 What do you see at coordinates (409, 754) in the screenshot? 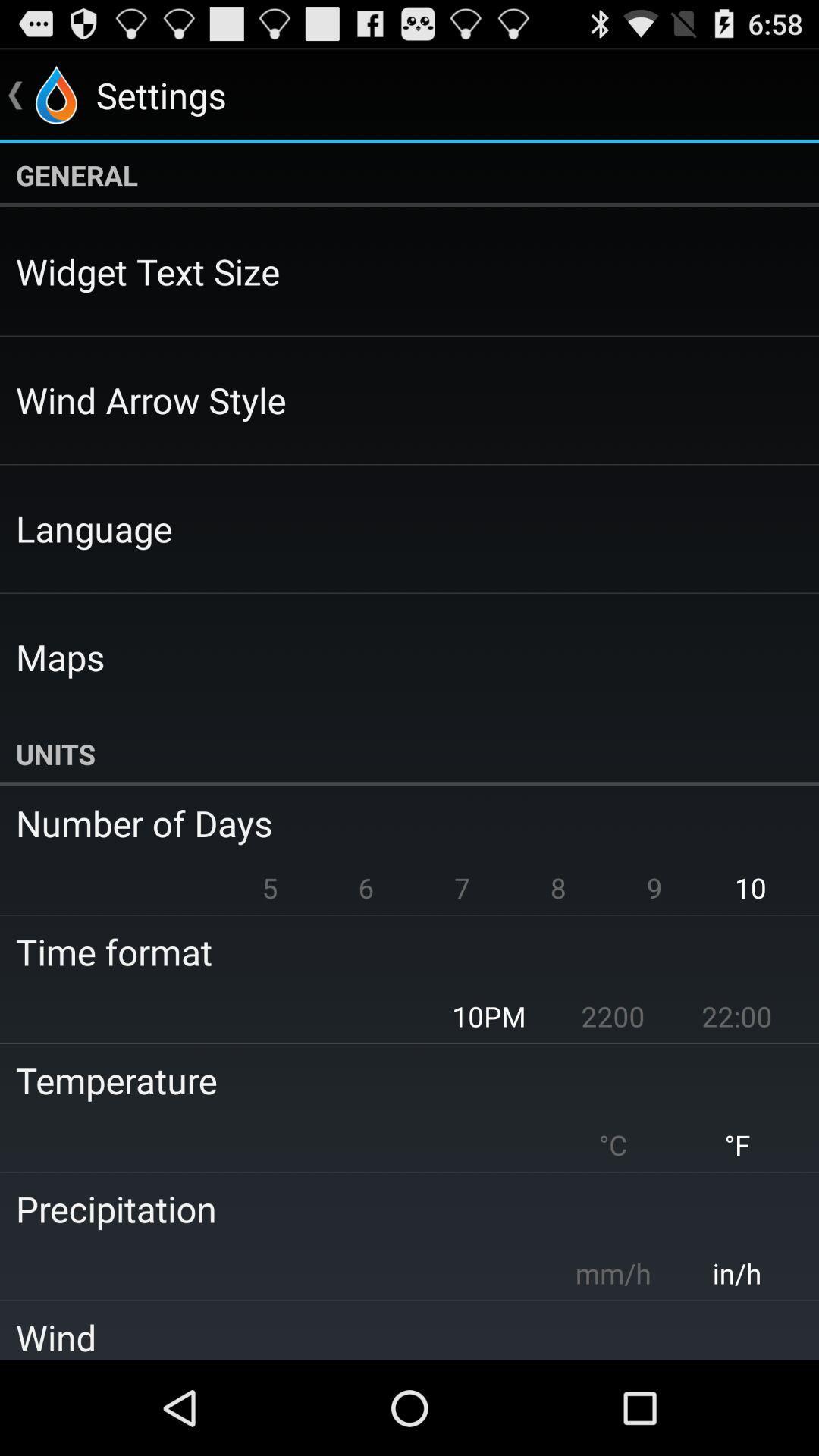
I see `item below the maps` at bounding box center [409, 754].